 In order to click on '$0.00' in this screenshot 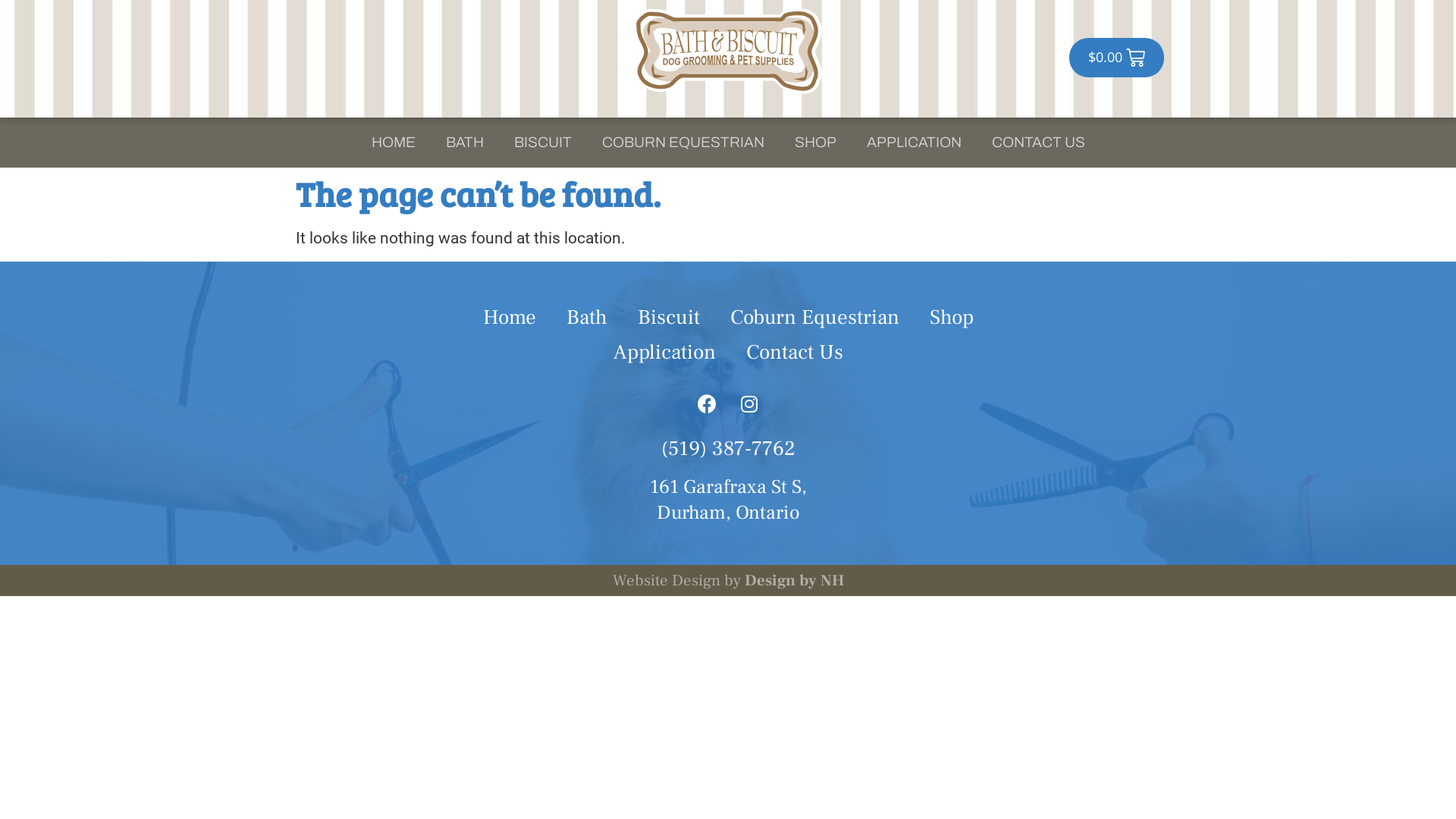, I will do `click(1116, 57)`.